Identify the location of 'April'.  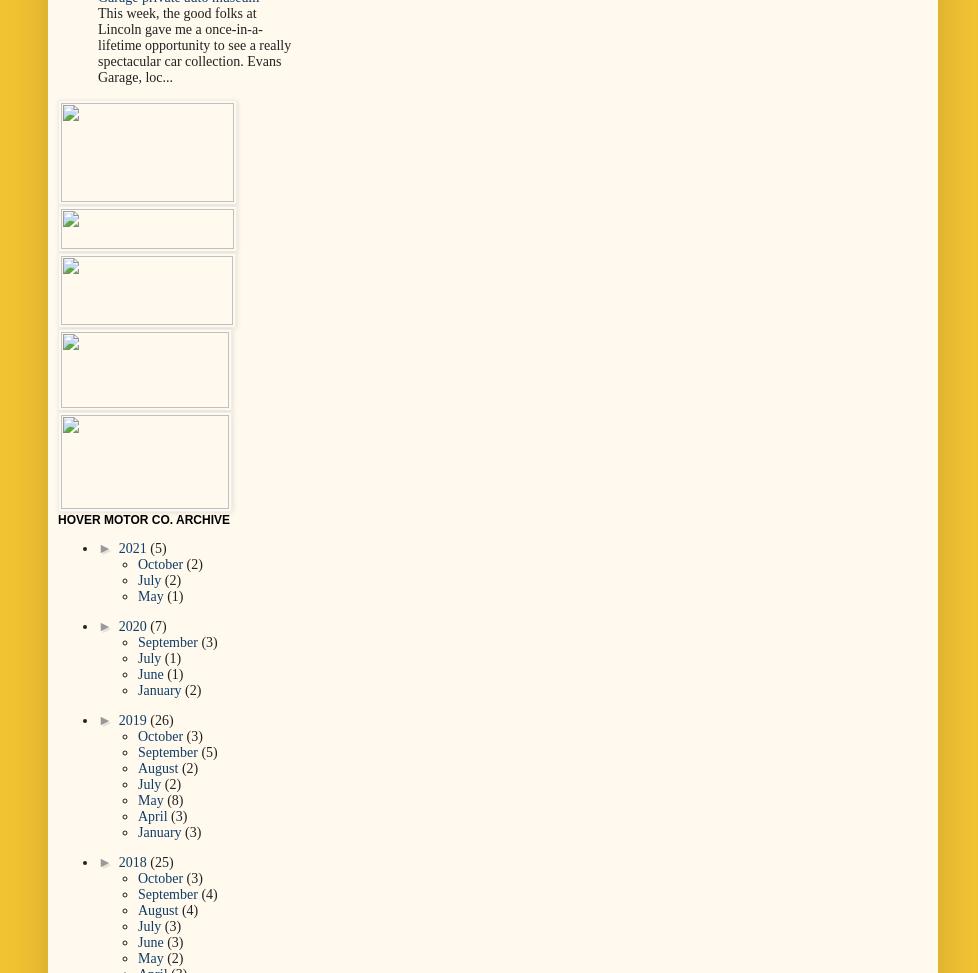
(154, 814).